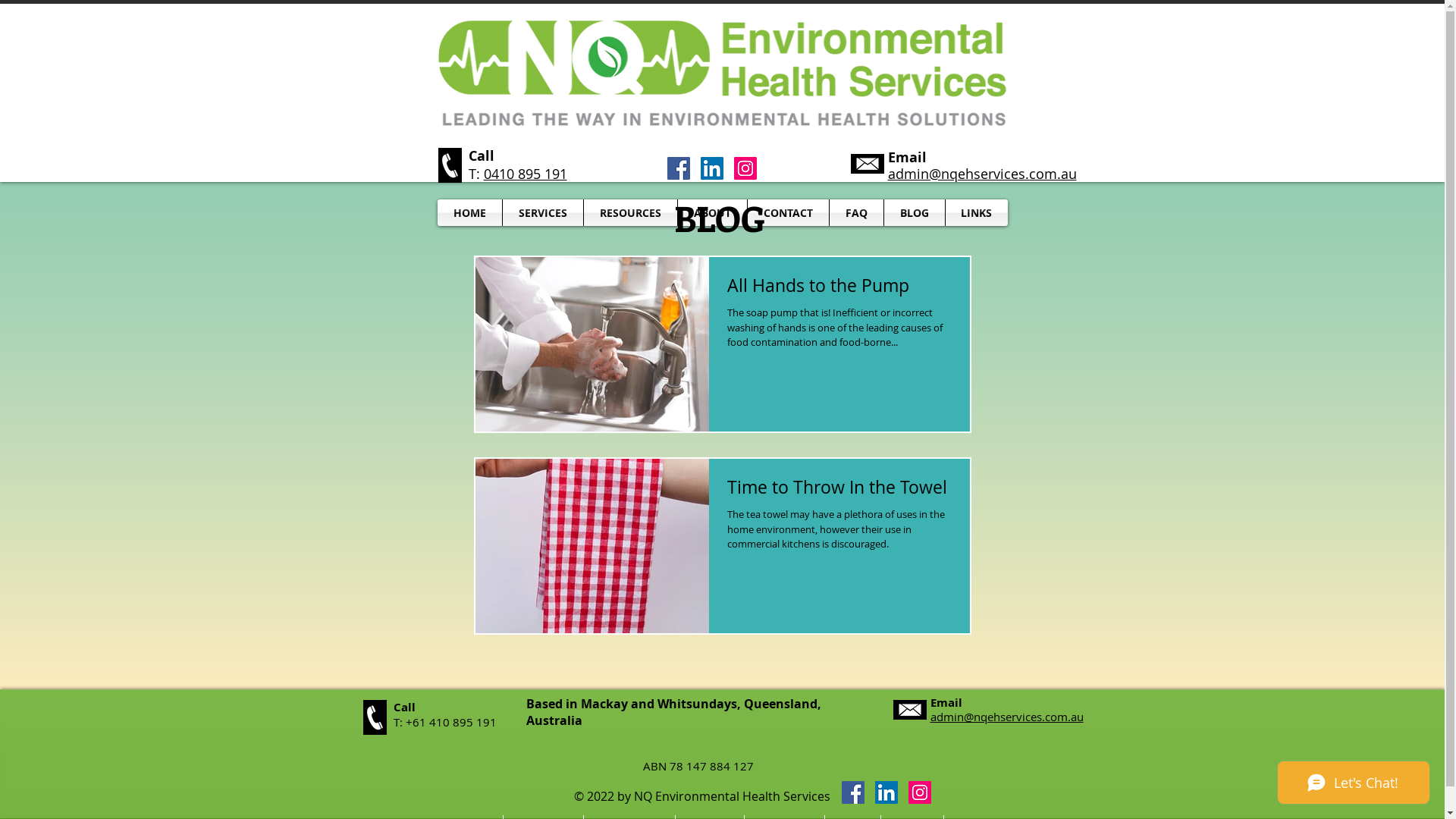 This screenshot has width=1456, height=819. Describe the element at coordinates (525, 172) in the screenshot. I see `'0410 895 191'` at that location.